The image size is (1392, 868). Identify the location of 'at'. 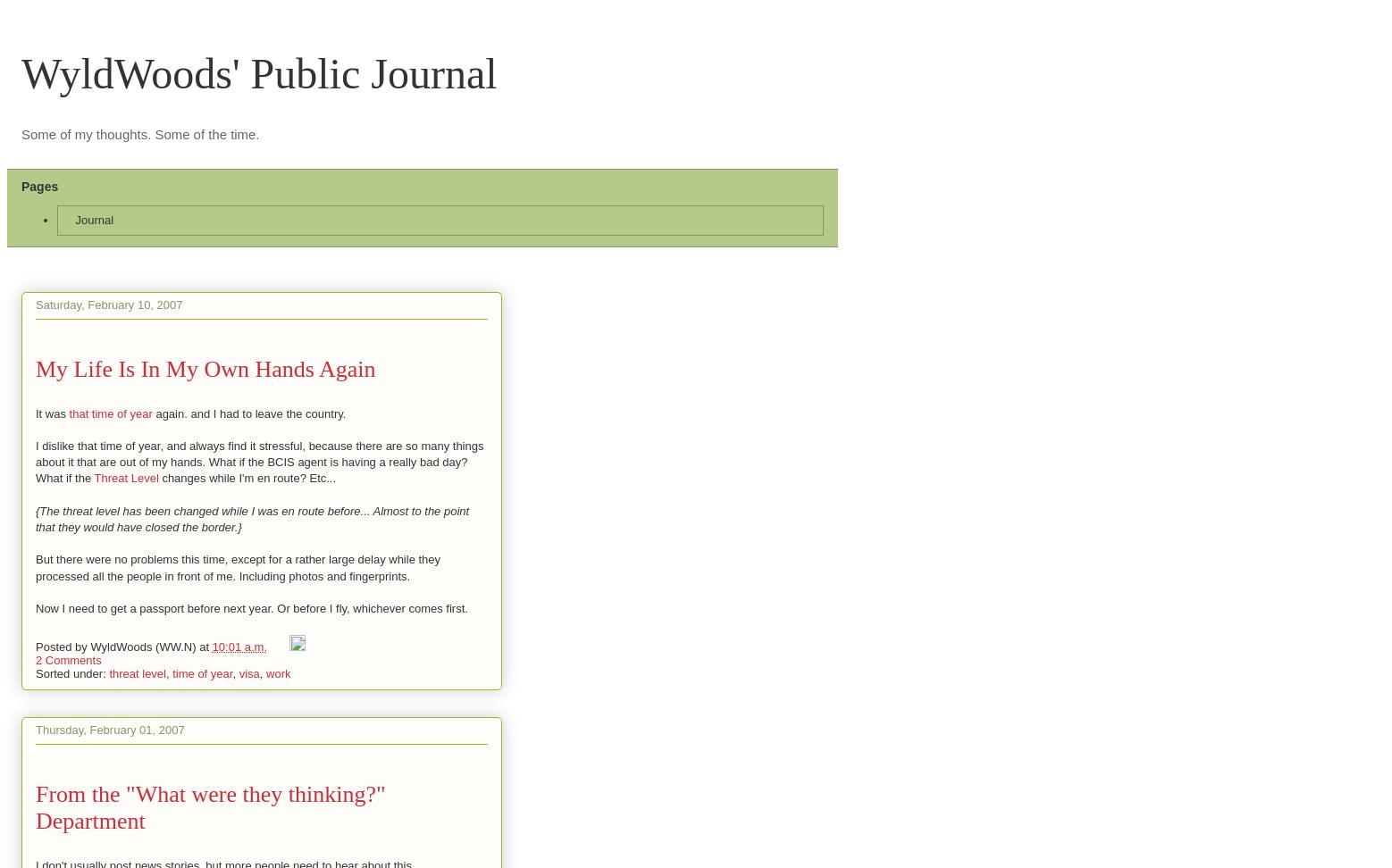
(205, 645).